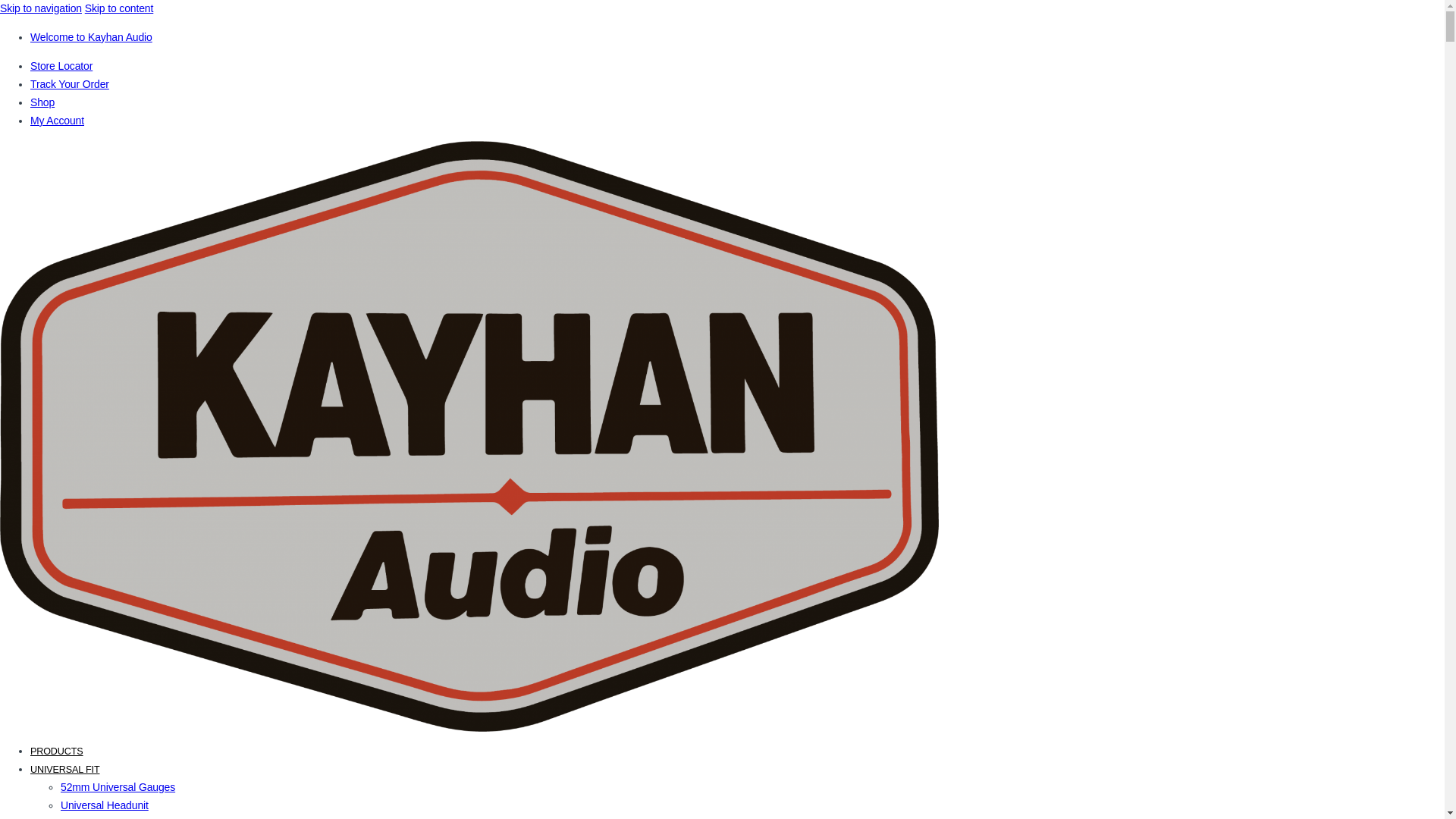 The image size is (1456, 819). I want to click on 'UNIVERSAL FIT', so click(64, 769).